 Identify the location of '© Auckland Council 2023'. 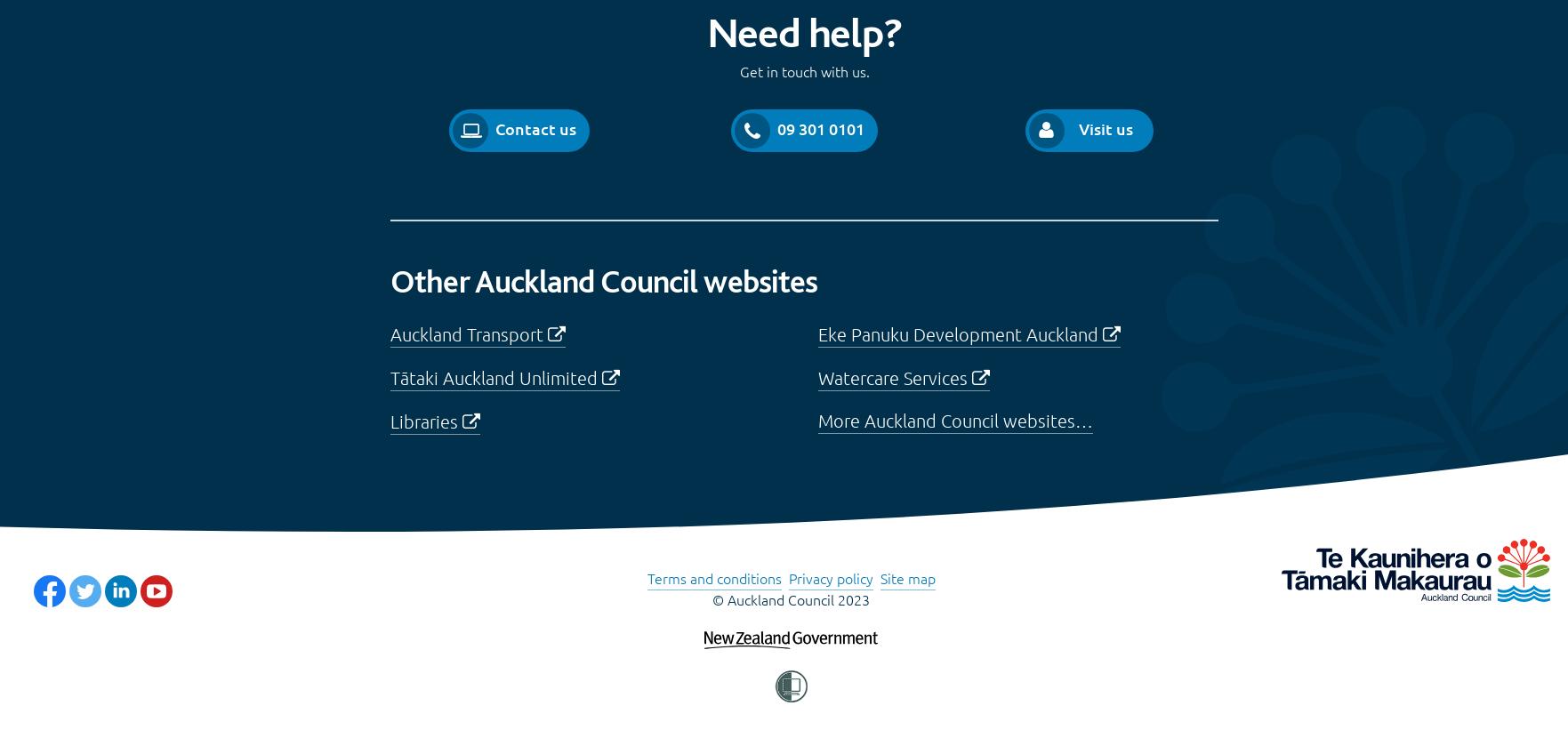
(790, 598).